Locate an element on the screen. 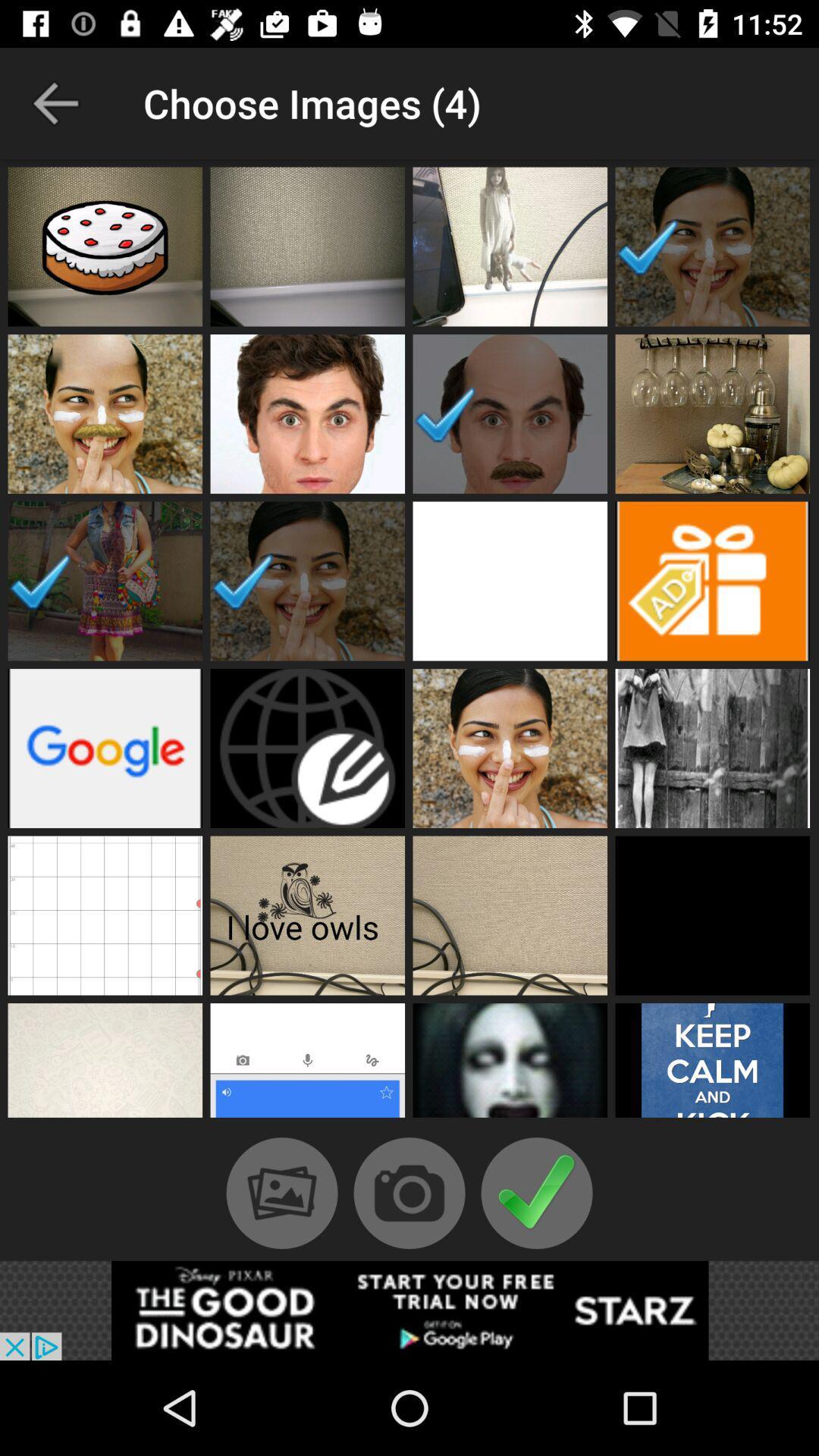 This screenshot has width=819, height=1456. choose image is located at coordinates (712, 915).